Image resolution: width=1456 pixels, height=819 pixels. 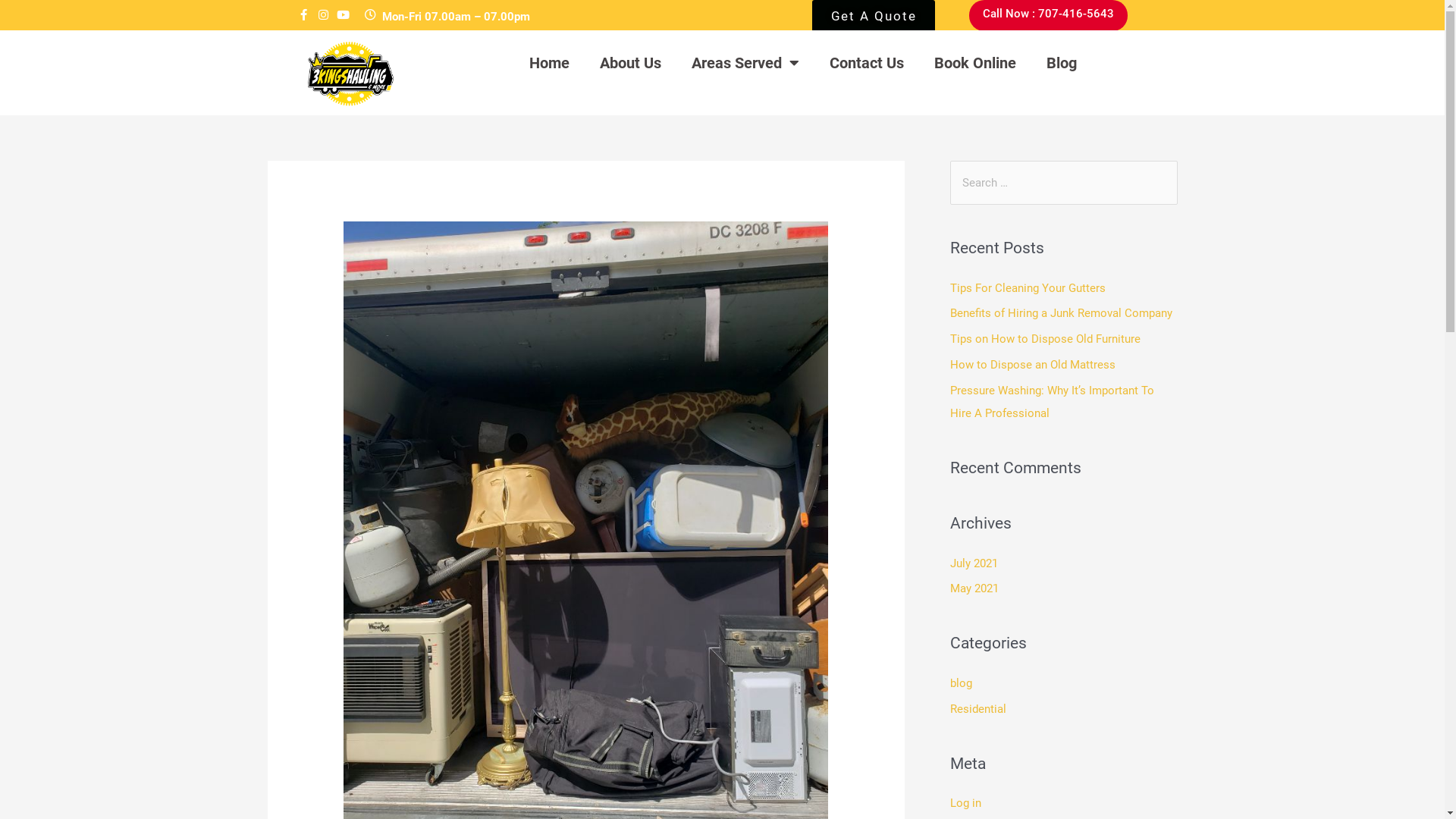 I want to click on 'Areas Served', so click(x=745, y=62).